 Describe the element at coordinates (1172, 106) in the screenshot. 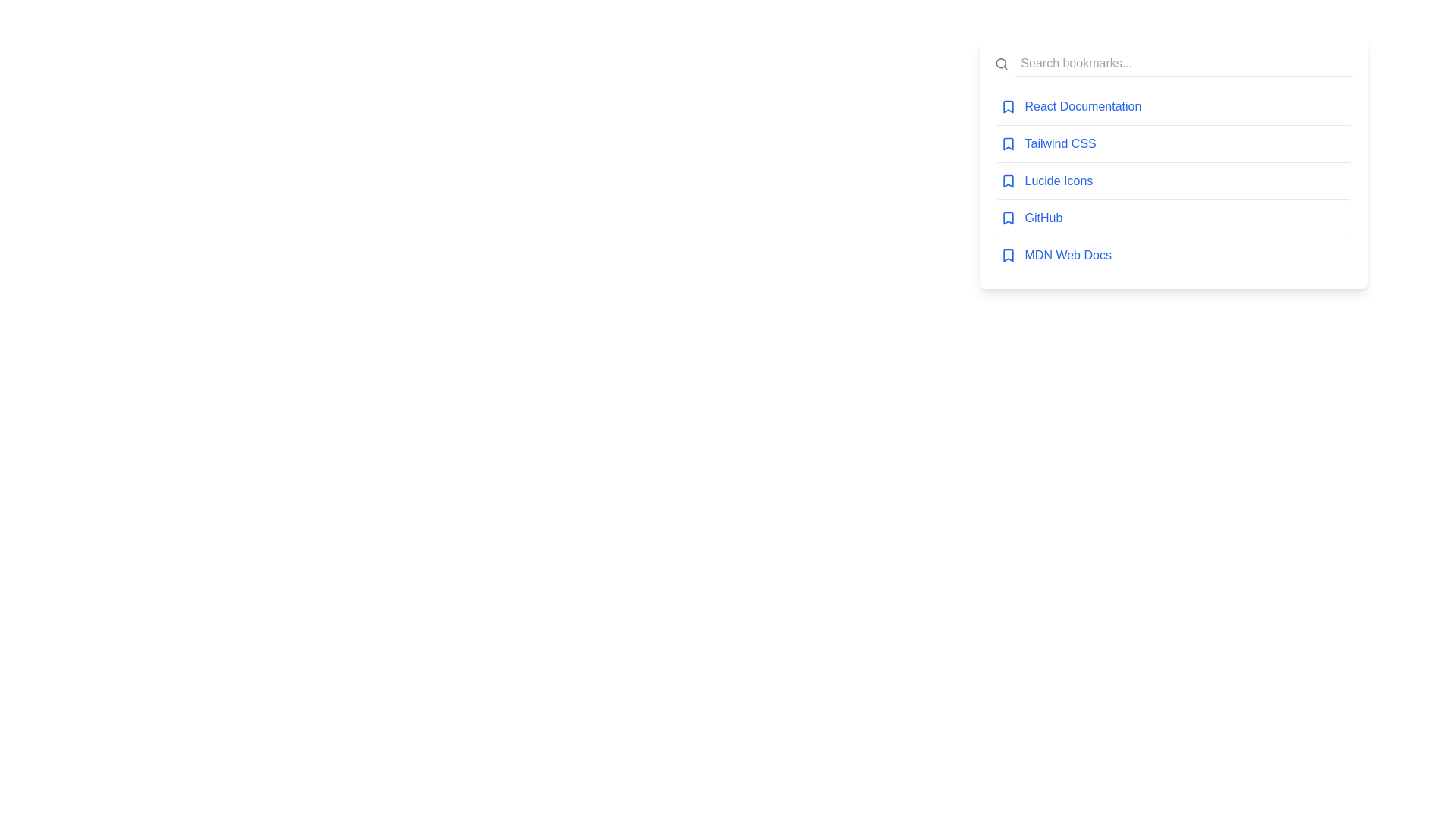

I see `the bookmark titled 'React Documentation'` at that location.